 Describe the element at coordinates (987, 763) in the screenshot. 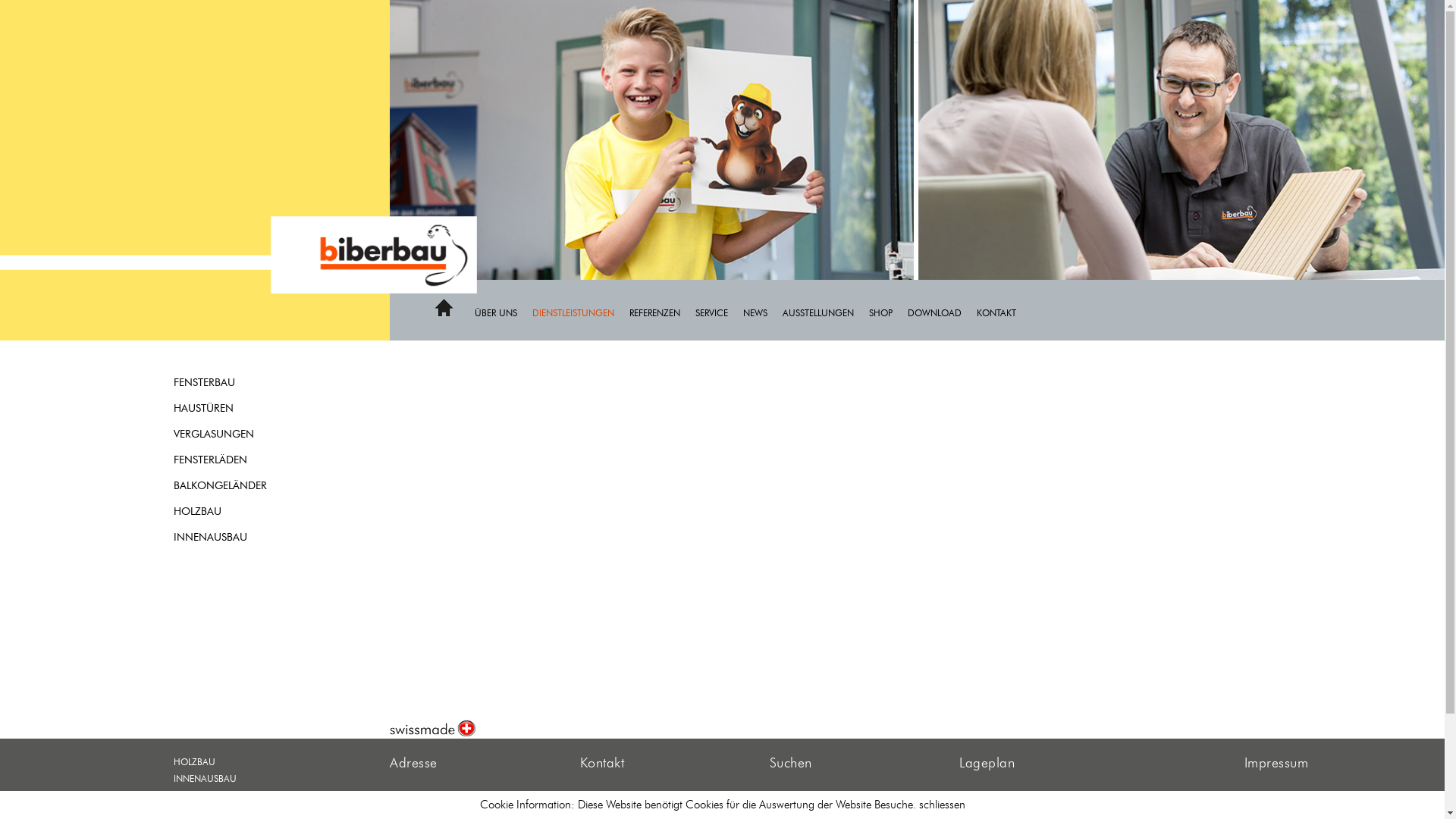

I see `'Lageplan'` at that location.